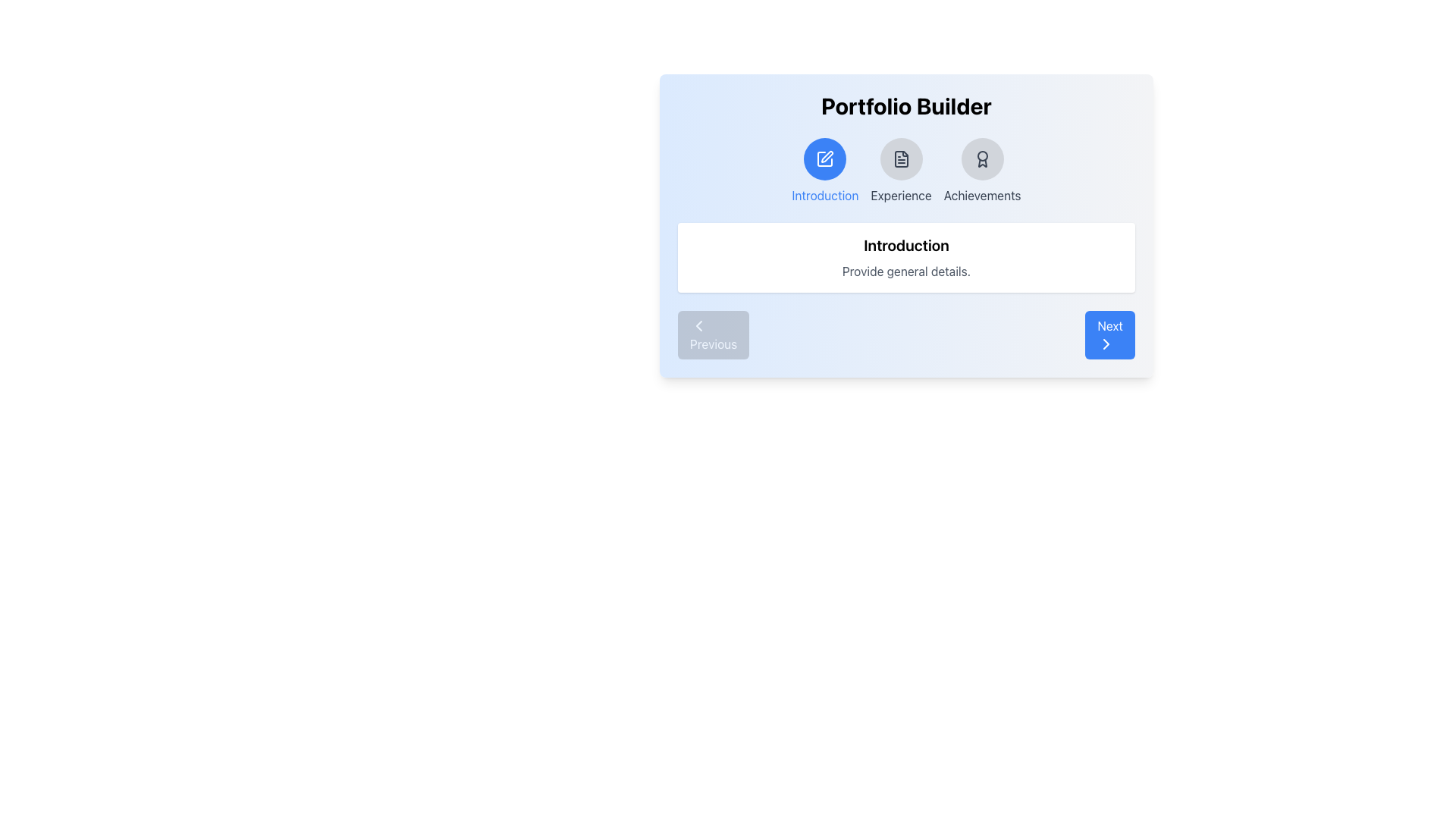 This screenshot has height=819, width=1456. Describe the element at coordinates (824, 171) in the screenshot. I see `the Icon-based Navigation Button for the 'Introduction' section located at the top-center of the portfolio builder interface to focus on that section` at that location.